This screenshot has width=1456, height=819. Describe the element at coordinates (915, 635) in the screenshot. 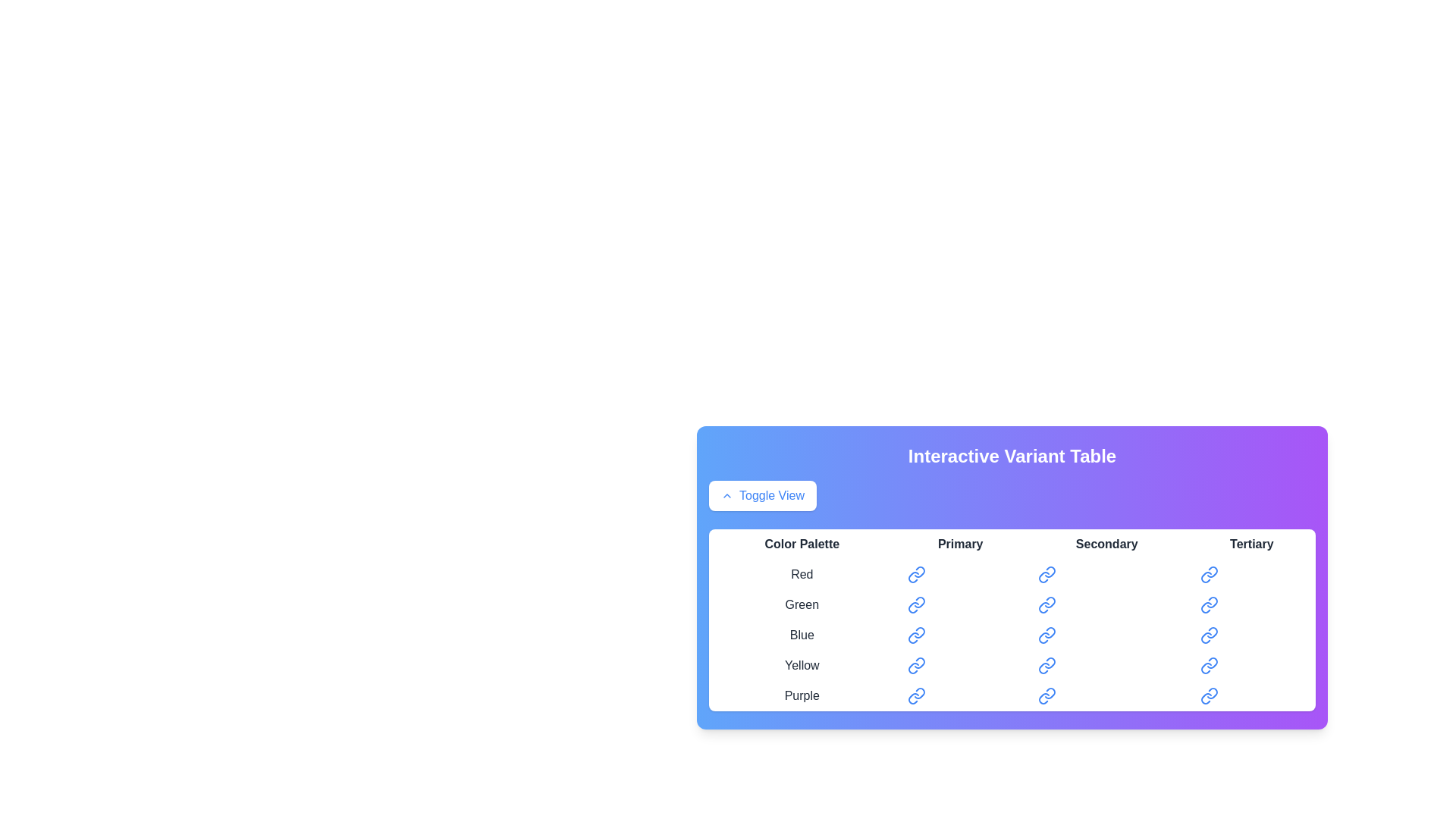

I see `the Link icon located in the third row and second column of the table inside the card, which is part of the 'Primary' column under the 'Blue' row` at that location.